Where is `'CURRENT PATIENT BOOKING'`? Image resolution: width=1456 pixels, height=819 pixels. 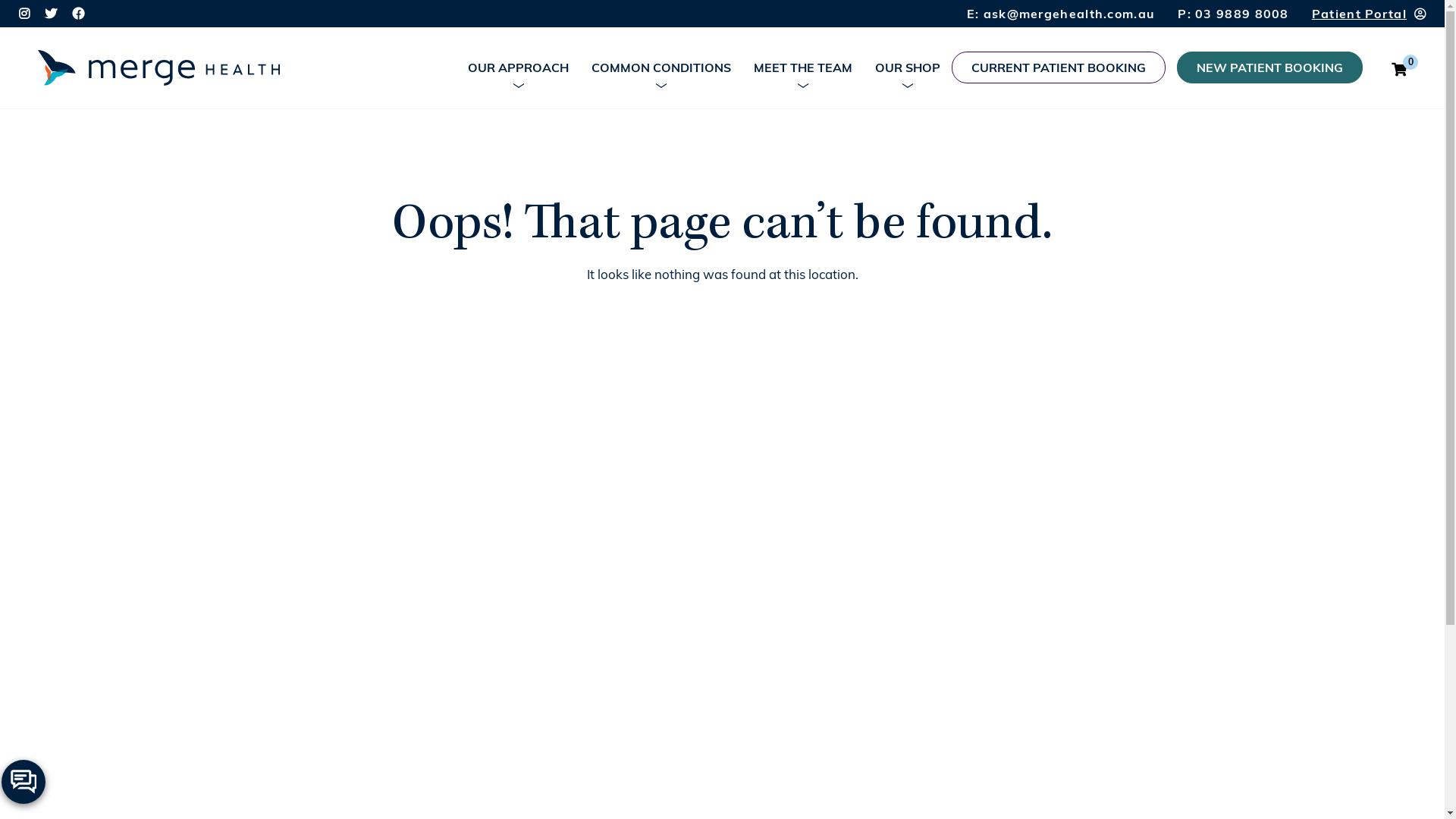
'CURRENT PATIENT BOOKING' is located at coordinates (1058, 66).